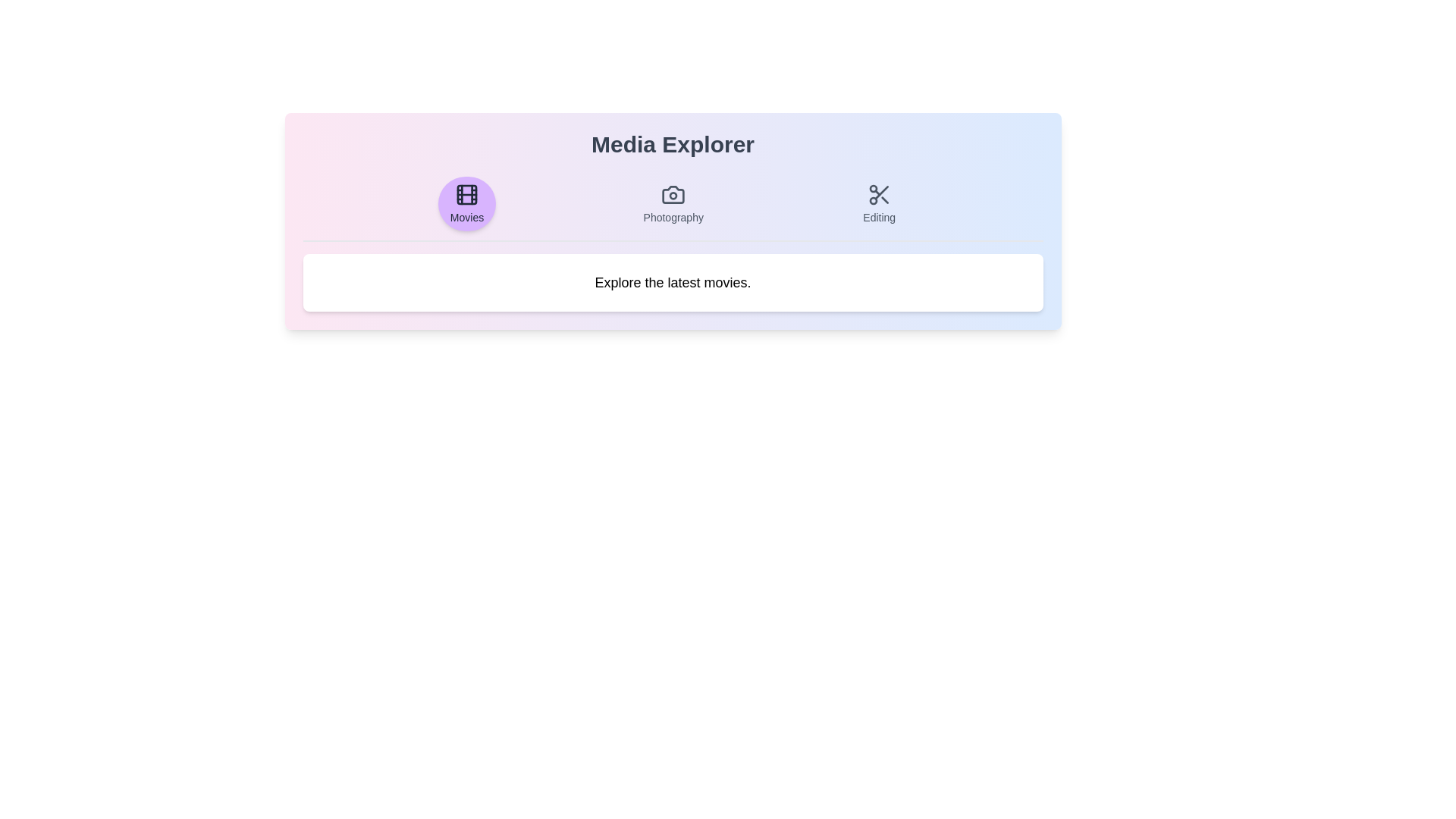 The image size is (1456, 819). Describe the element at coordinates (466, 203) in the screenshot. I see `the Movies tab in the AdvancedMediaTabs component` at that location.